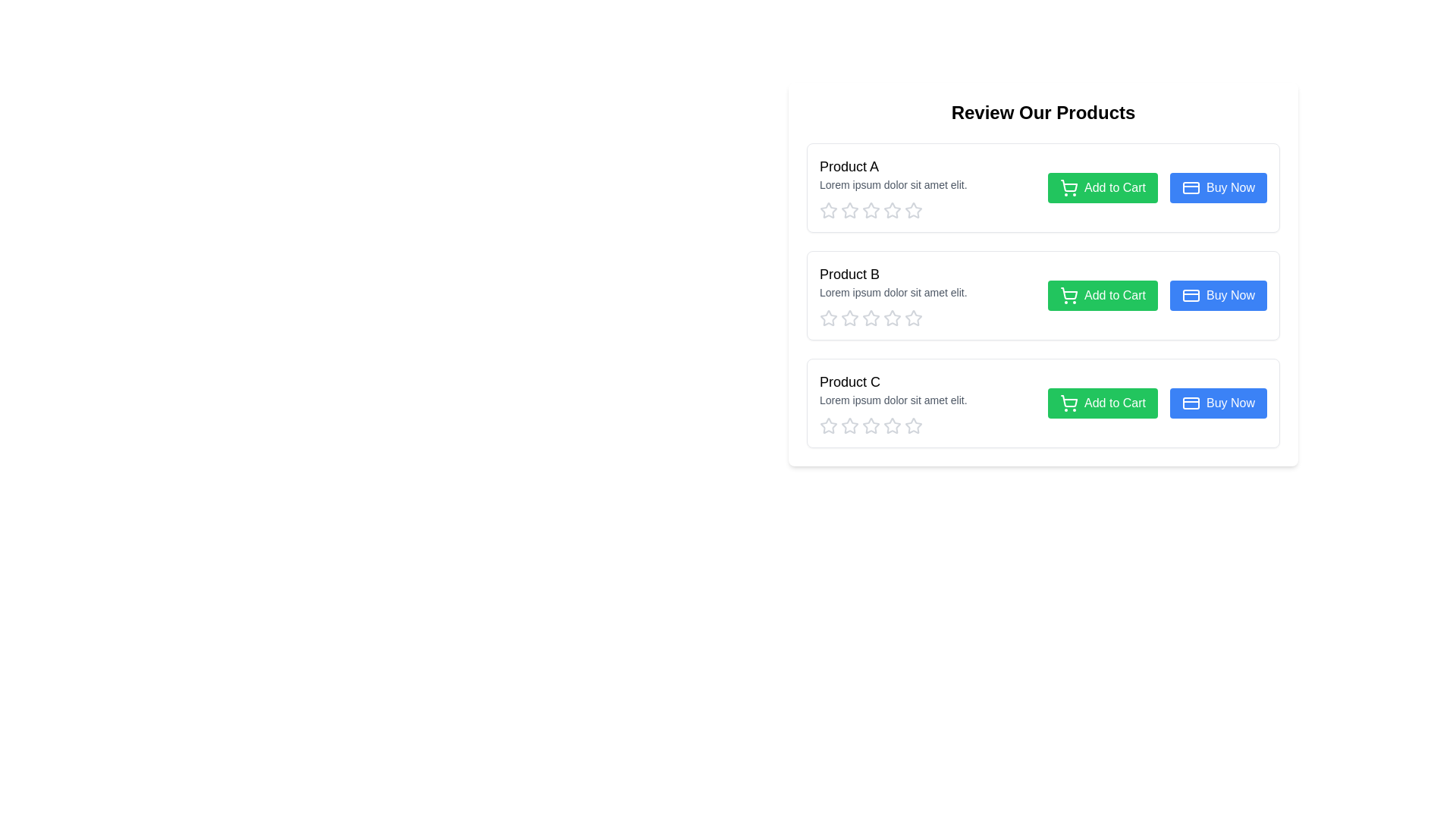 This screenshot has height=819, width=1456. I want to click on the first star in the star rating icon for 'Product A' under the 'Review Our Products' section, so click(828, 210).